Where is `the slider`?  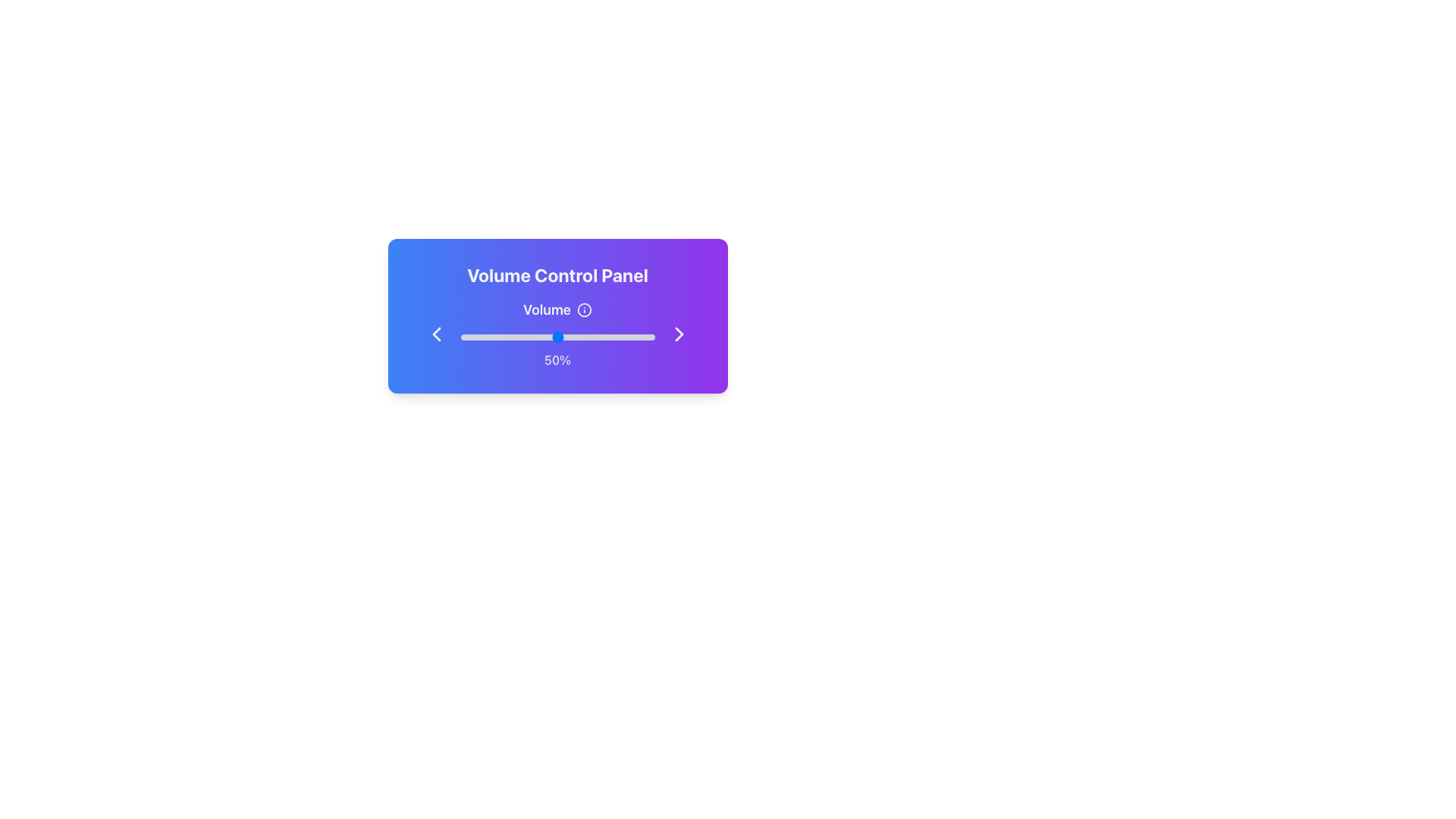
the slider is located at coordinates (538, 336).